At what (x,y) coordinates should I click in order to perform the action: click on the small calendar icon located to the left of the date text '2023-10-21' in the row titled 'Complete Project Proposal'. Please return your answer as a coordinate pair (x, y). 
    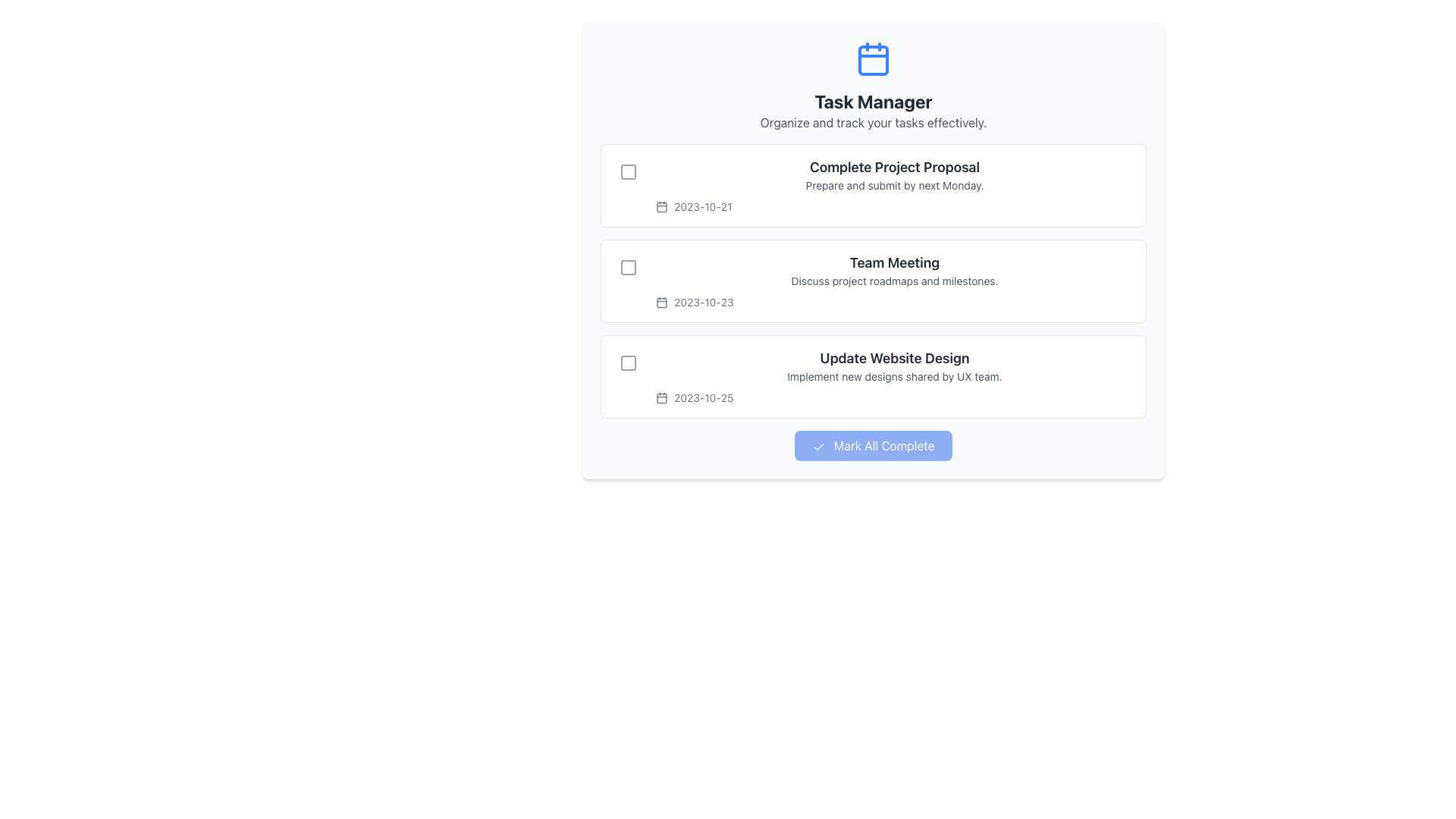
    Looking at the image, I should click on (662, 207).